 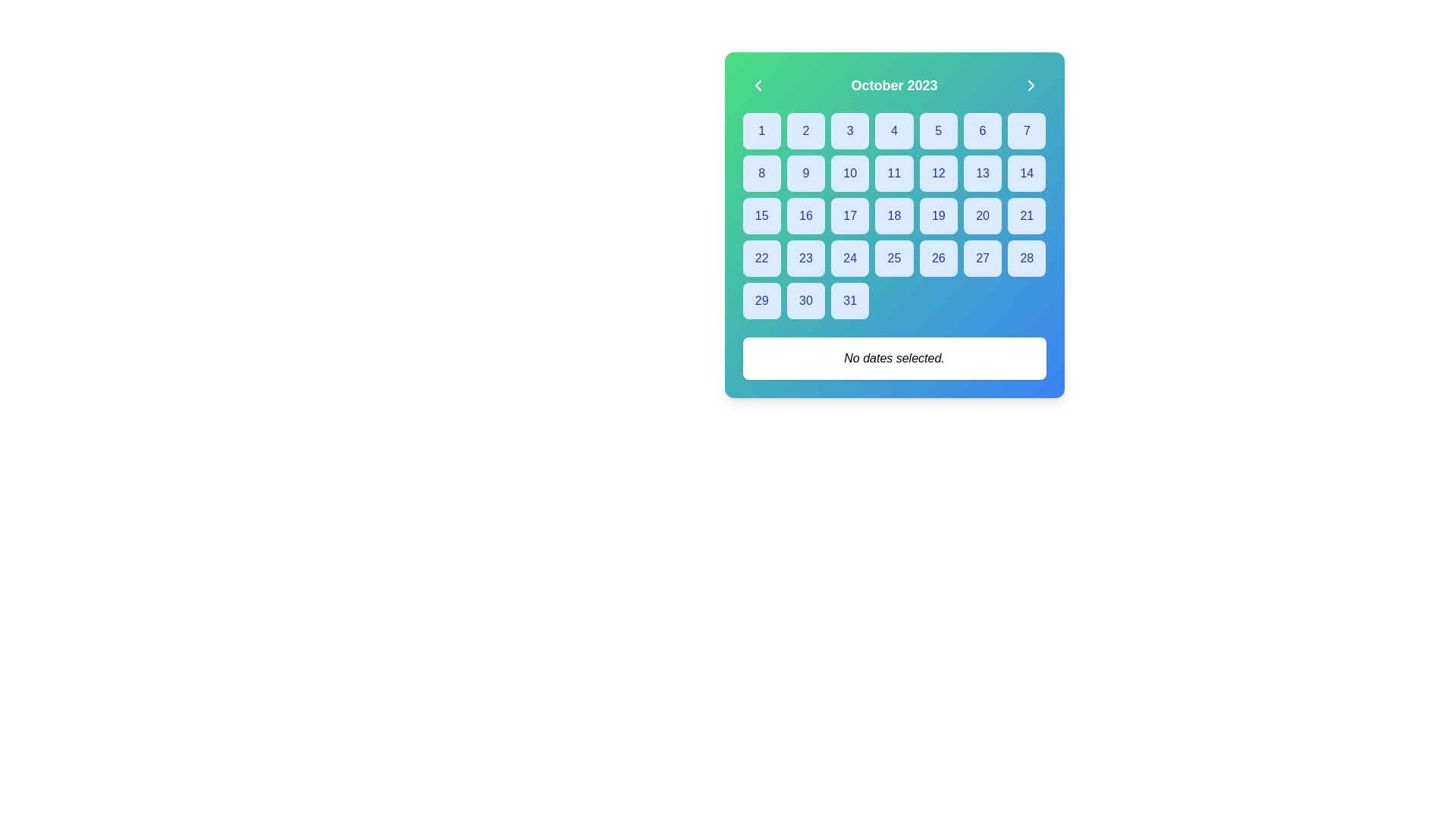 I want to click on the square button with a light blue background and the text '24' in blue font, located in the fourth row and fourth column of the calendar grid for October 2023, so click(x=850, y=257).